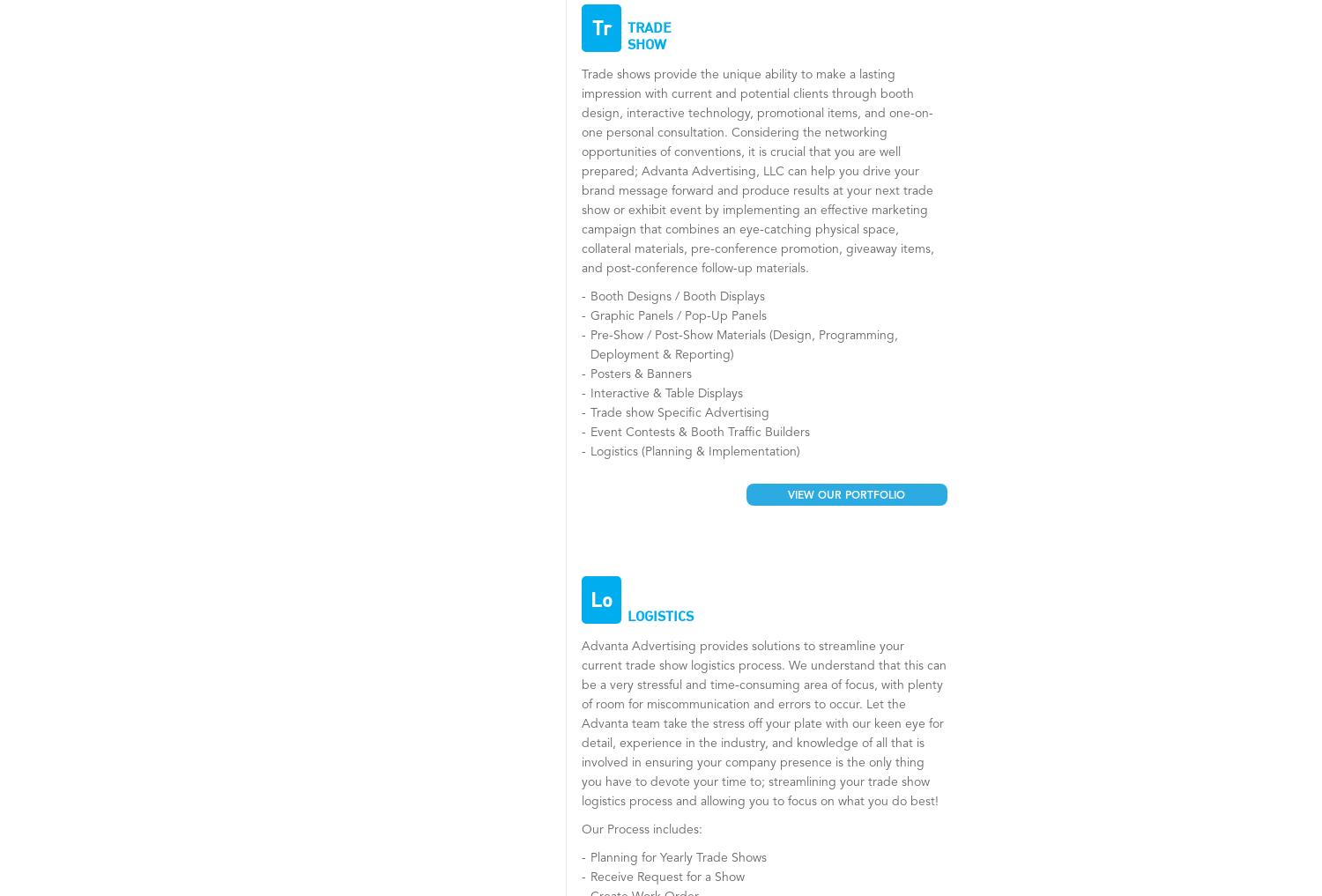 Image resolution: width=1322 pixels, height=896 pixels. Describe the element at coordinates (700, 432) in the screenshot. I see `'Event Contests & Booth Traffic Builders'` at that location.